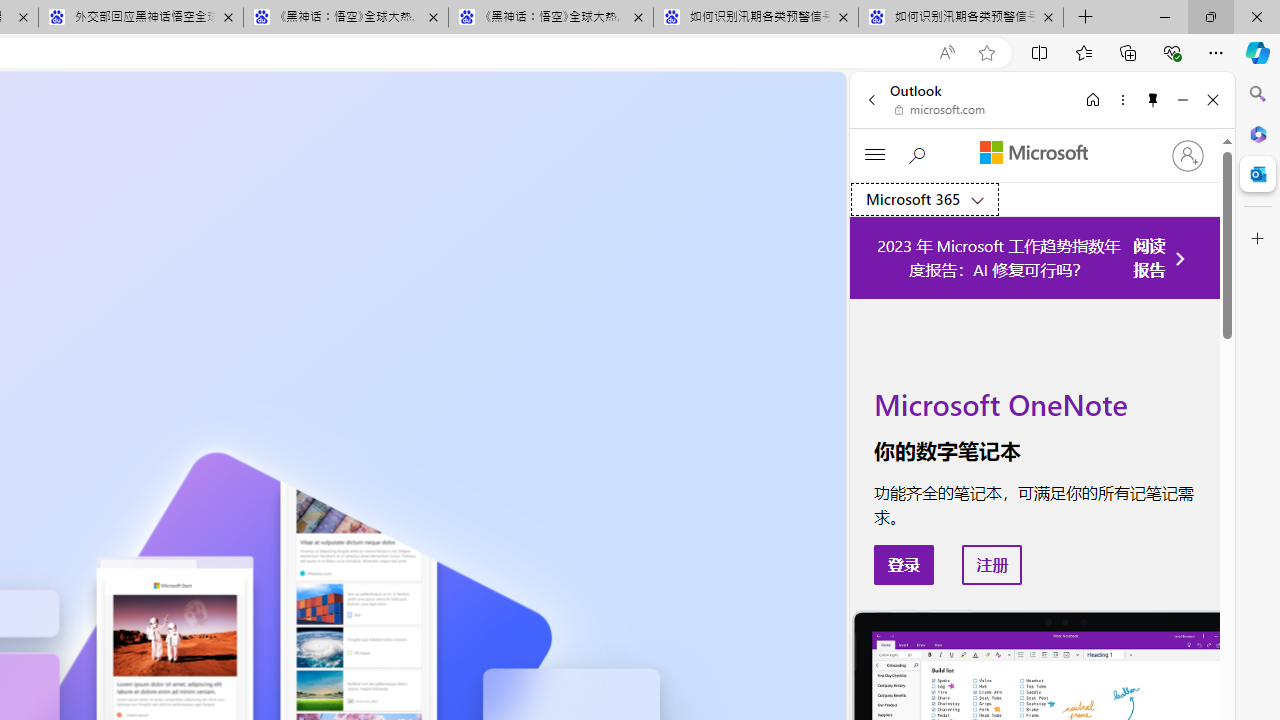 The width and height of the screenshot is (1280, 720). Describe the element at coordinates (1092, 99) in the screenshot. I see `'Home'` at that location.